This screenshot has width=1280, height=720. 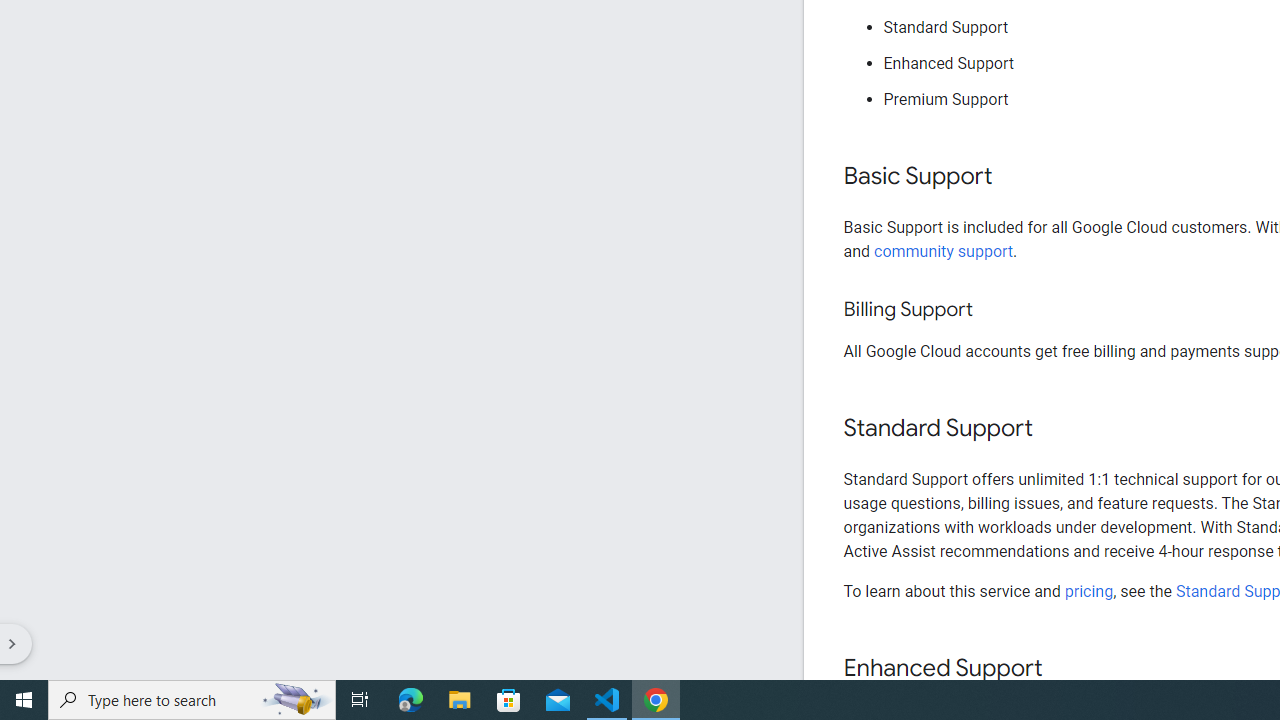 What do you see at coordinates (1087, 590) in the screenshot?
I see `'pricing'` at bounding box center [1087, 590].